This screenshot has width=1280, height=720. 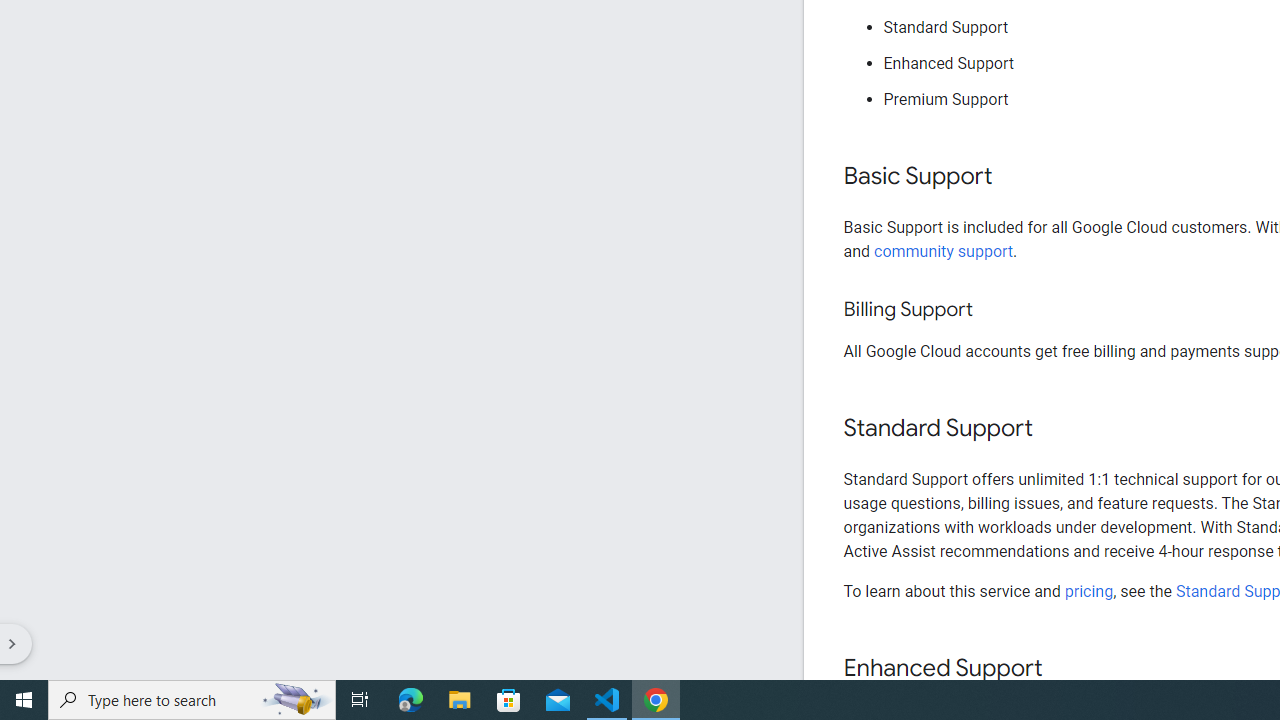 What do you see at coordinates (1087, 590) in the screenshot?
I see `'pricing'` at bounding box center [1087, 590].